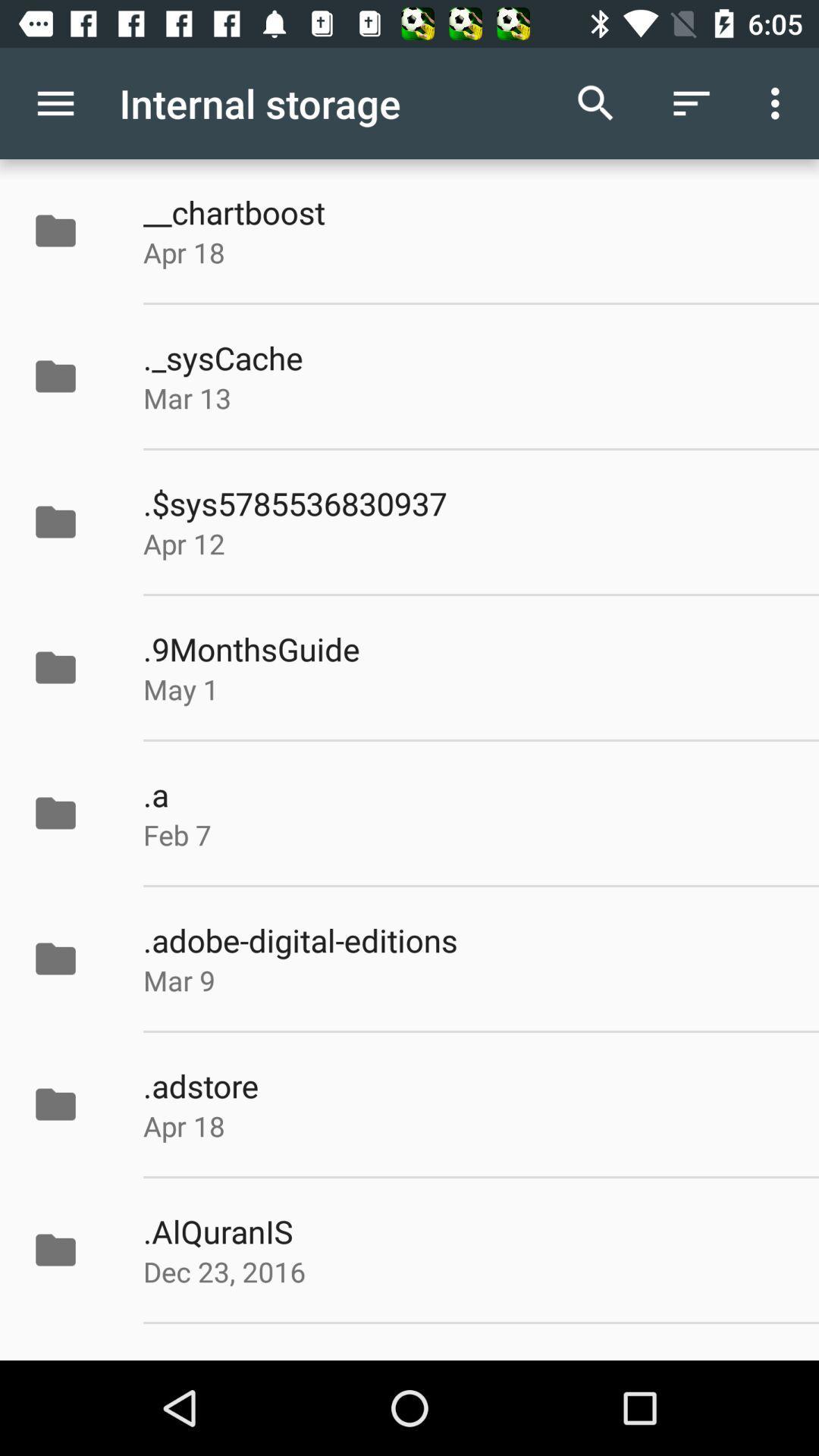 This screenshot has height=1456, width=819. Describe the element at coordinates (71, 812) in the screenshot. I see `the symbol which is to the immediate left of feb 7` at that location.